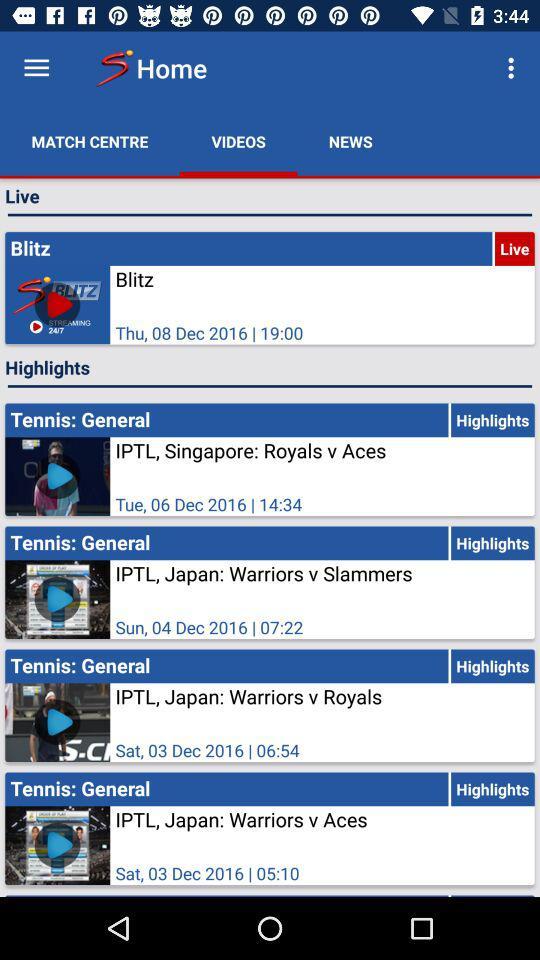  What do you see at coordinates (238, 140) in the screenshot?
I see `item next to the news icon` at bounding box center [238, 140].